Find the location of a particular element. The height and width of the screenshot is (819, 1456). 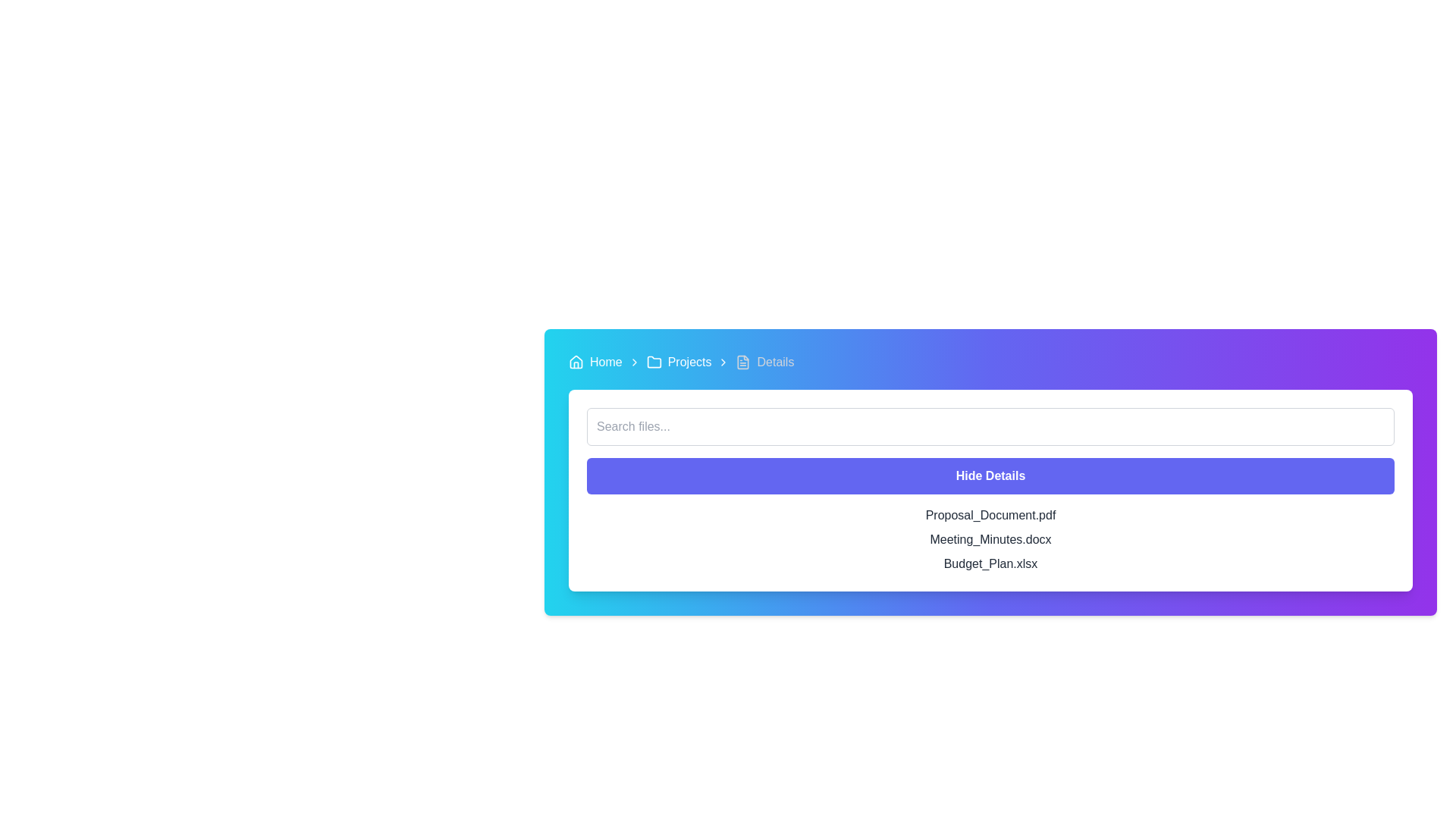

the third item of the breadcrumb navigation, located to the right of the 'Projects' label, to view more information is located at coordinates (764, 362).